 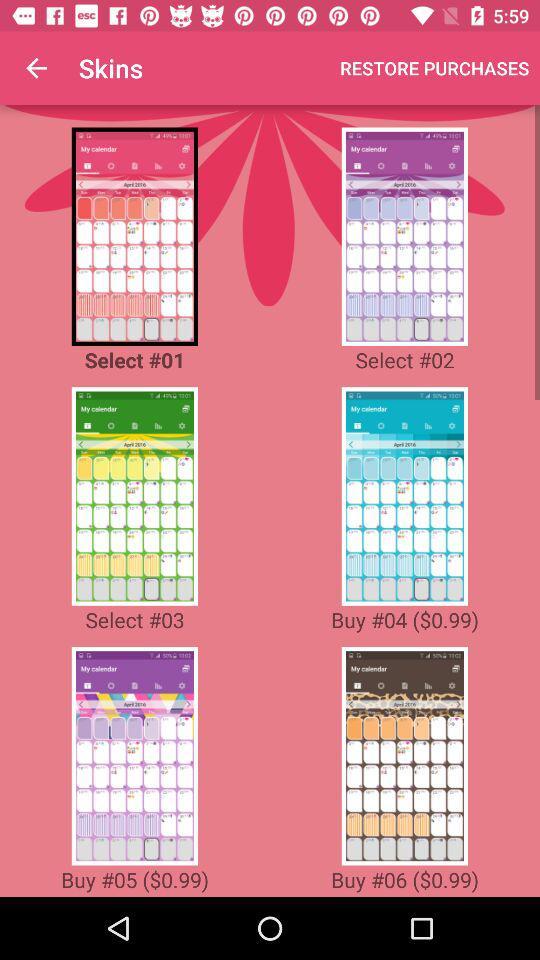 I want to click on choose that item, so click(x=404, y=755).